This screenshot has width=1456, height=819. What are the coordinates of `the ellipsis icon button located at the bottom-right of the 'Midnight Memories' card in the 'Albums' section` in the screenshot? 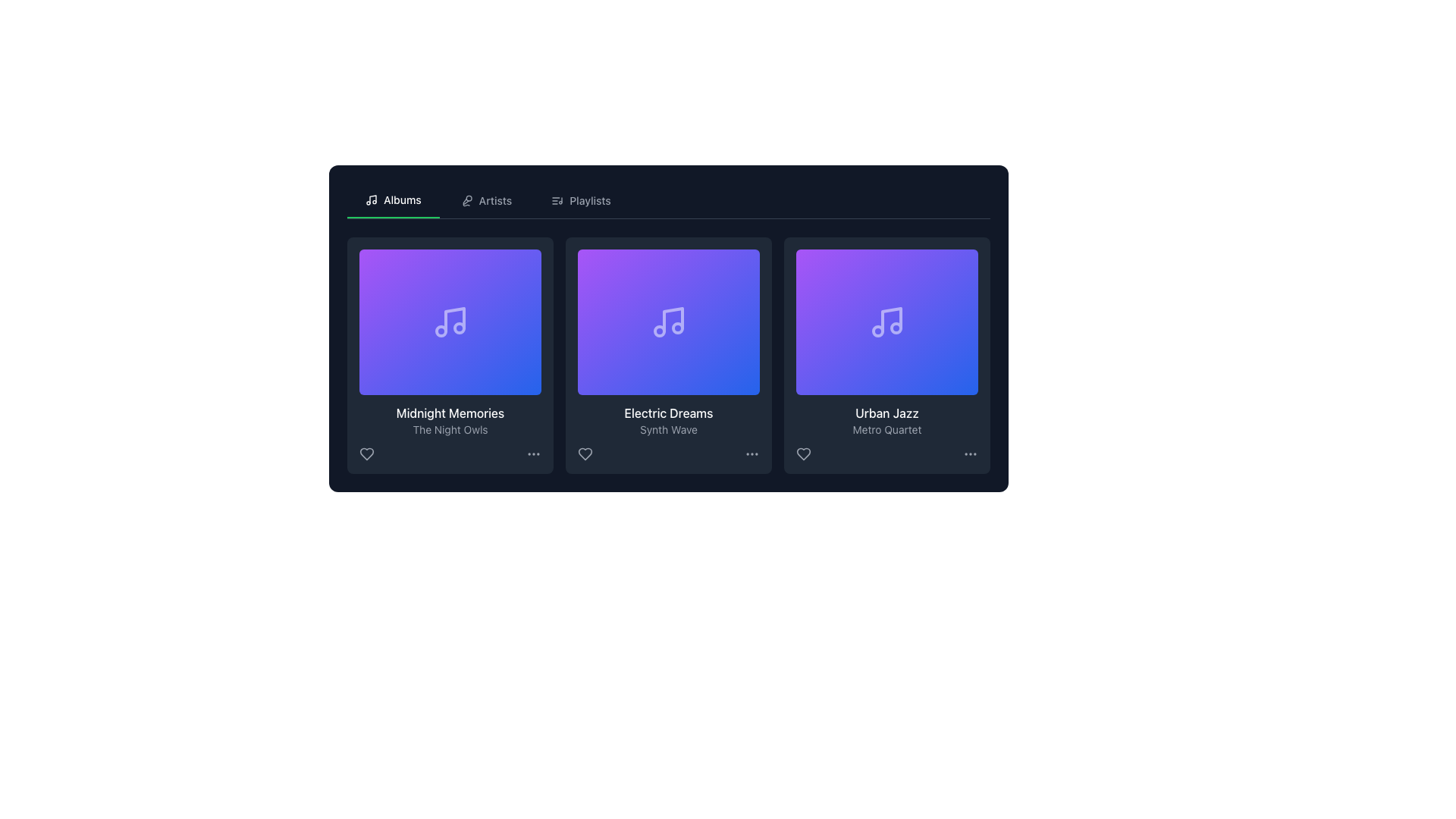 It's located at (534, 453).